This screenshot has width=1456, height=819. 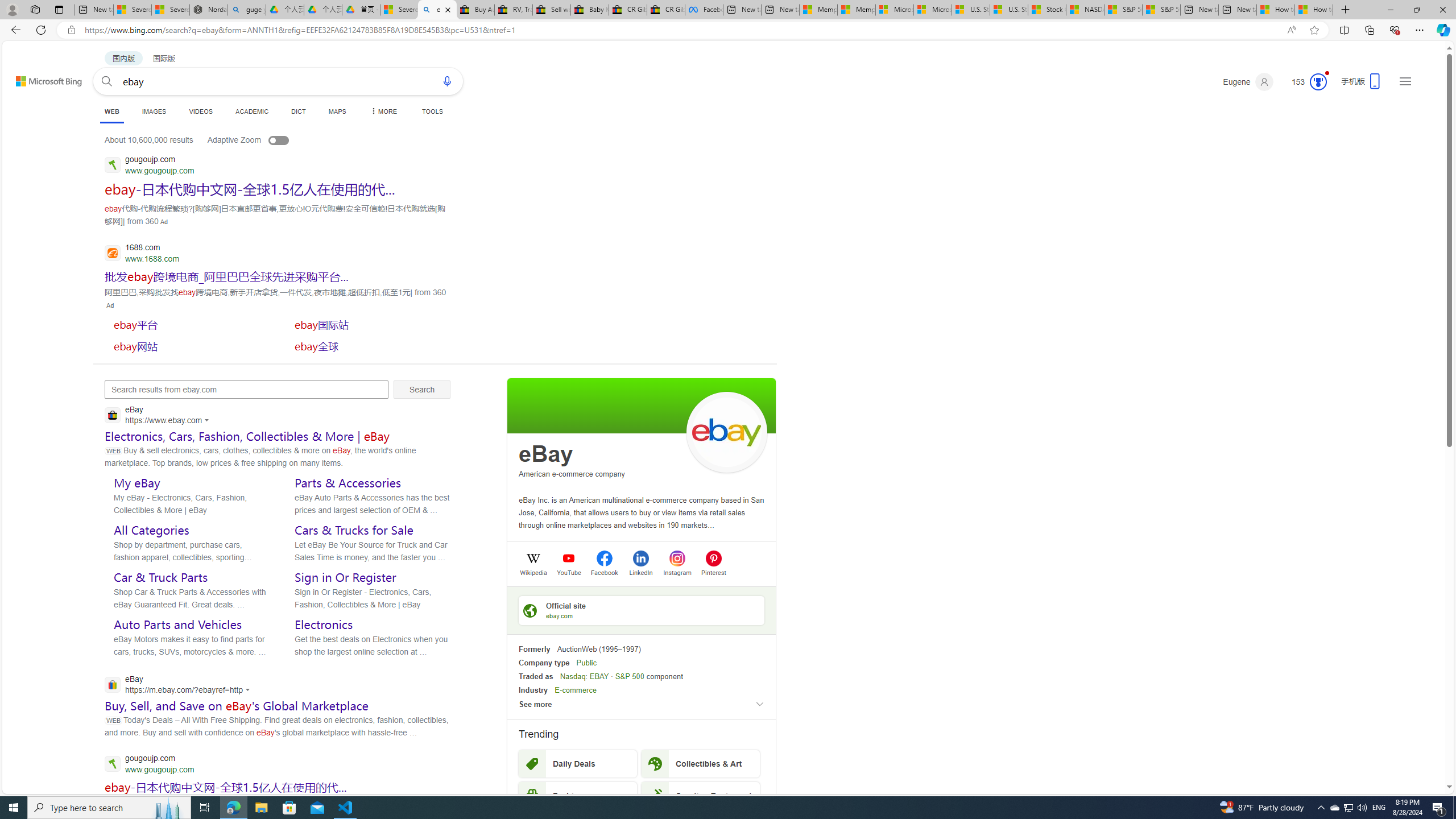 What do you see at coordinates (700, 763) in the screenshot?
I see `'Collectibles & Art'` at bounding box center [700, 763].